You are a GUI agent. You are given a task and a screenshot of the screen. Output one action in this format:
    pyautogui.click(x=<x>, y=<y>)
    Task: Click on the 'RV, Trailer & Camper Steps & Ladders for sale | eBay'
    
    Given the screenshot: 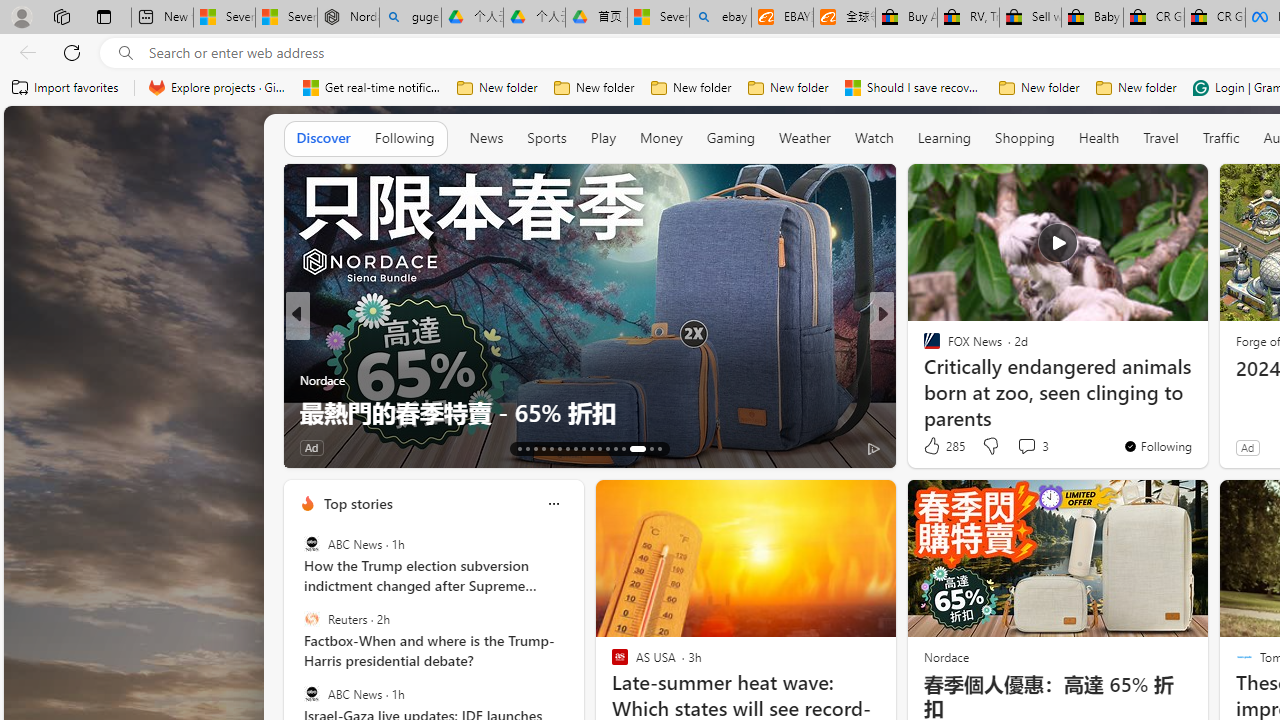 What is the action you would take?
    pyautogui.click(x=968, y=17)
    